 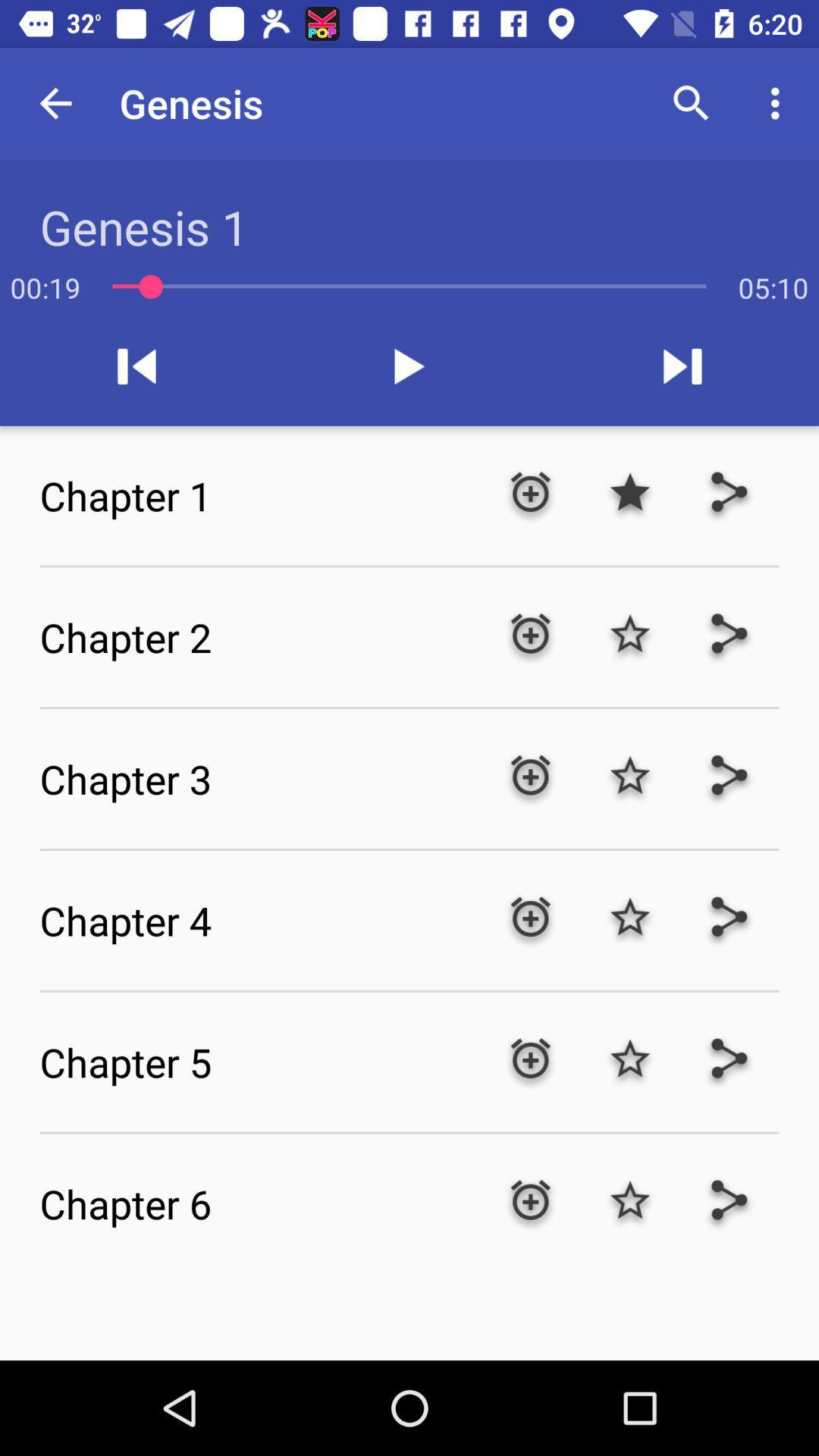 What do you see at coordinates (259, 1061) in the screenshot?
I see `chapter 5 item` at bounding box center [259, 1061].